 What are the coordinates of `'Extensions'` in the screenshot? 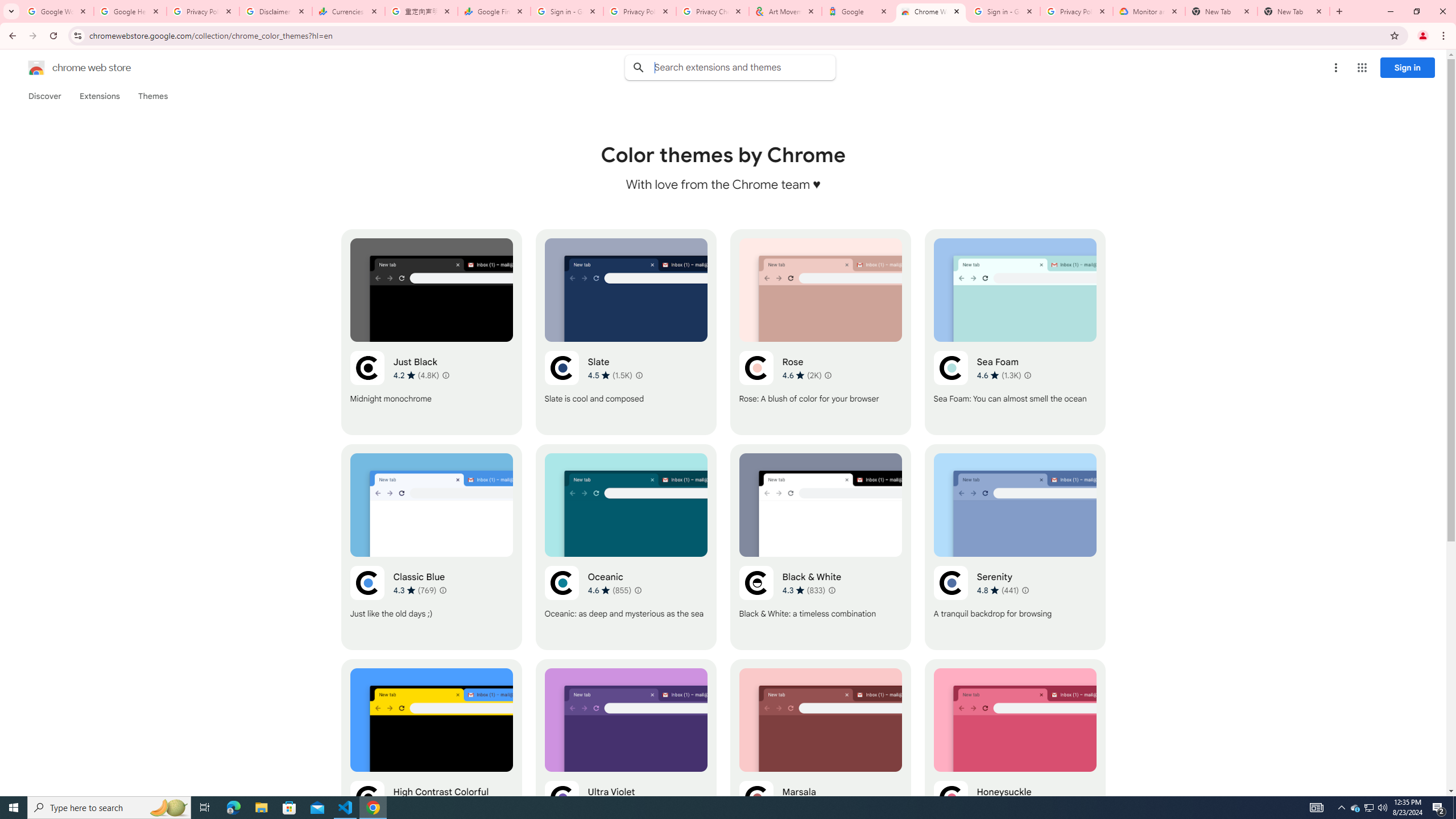 It's located at (100, 96).